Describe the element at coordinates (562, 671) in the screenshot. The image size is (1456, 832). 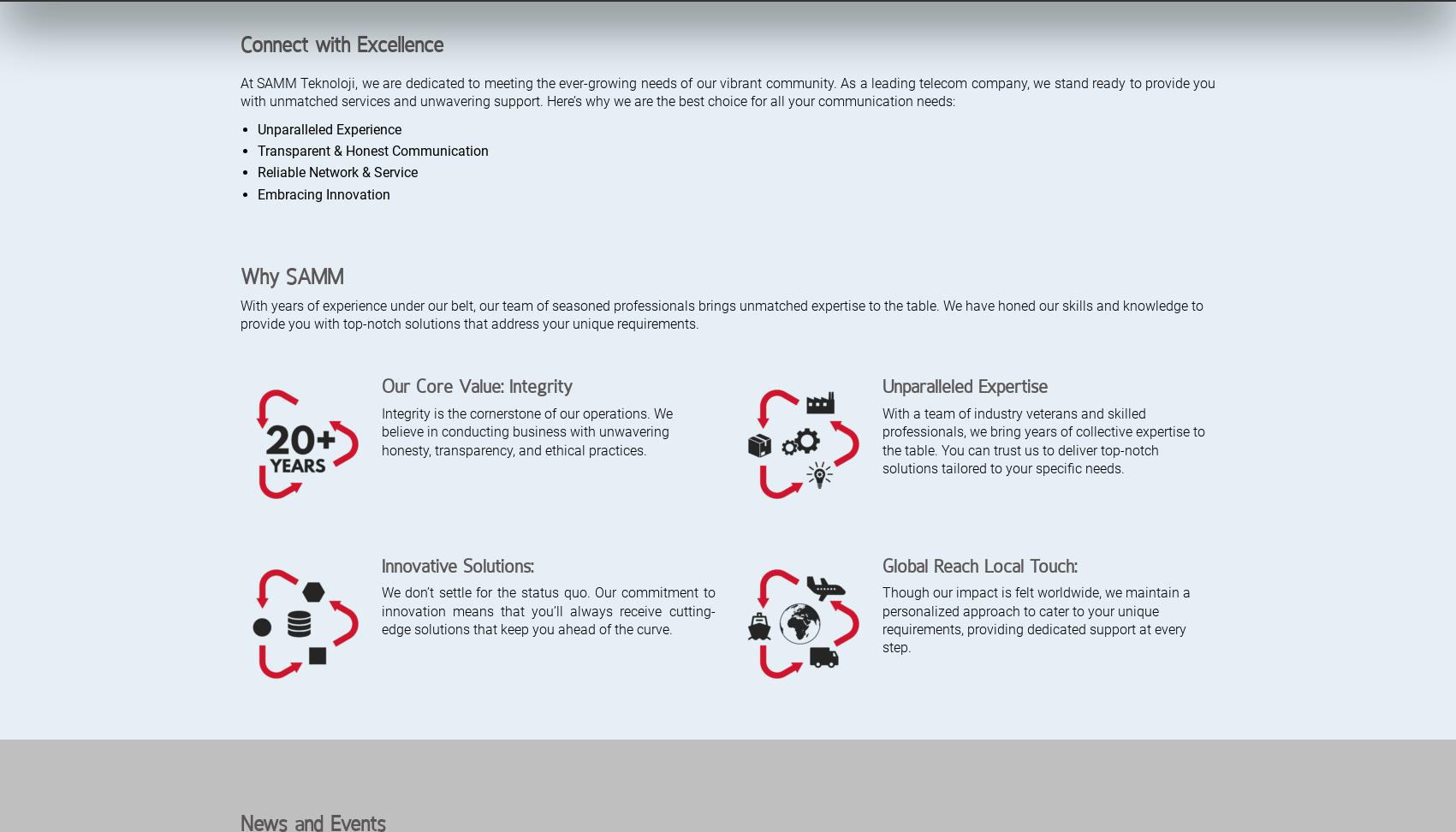
I see `'Heating'` at that location.